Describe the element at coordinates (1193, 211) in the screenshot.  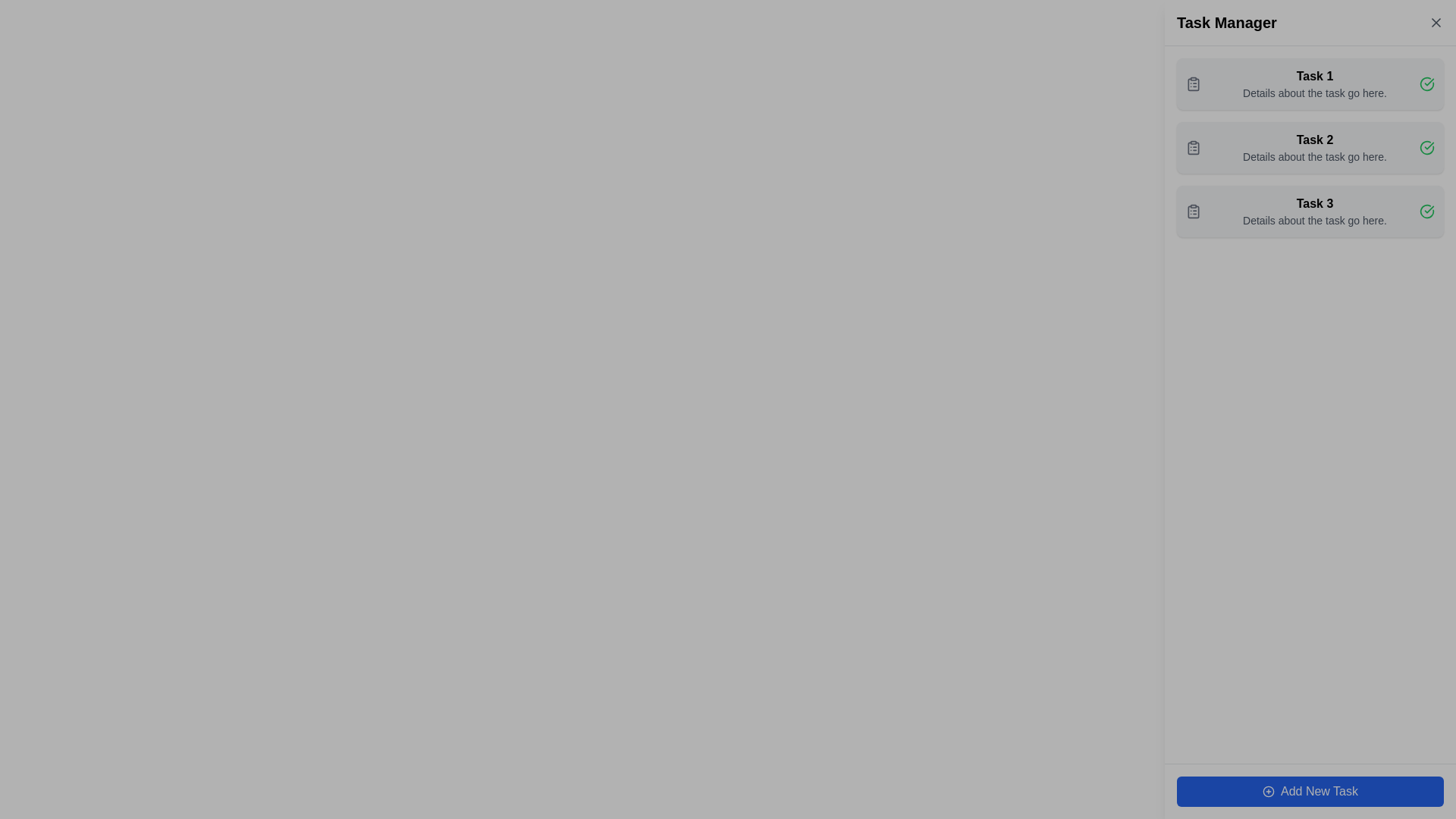
I see `the clipboard icon located beside the text 'Task 3', which is designed in a minimalistic style with gray strokes` at that location.